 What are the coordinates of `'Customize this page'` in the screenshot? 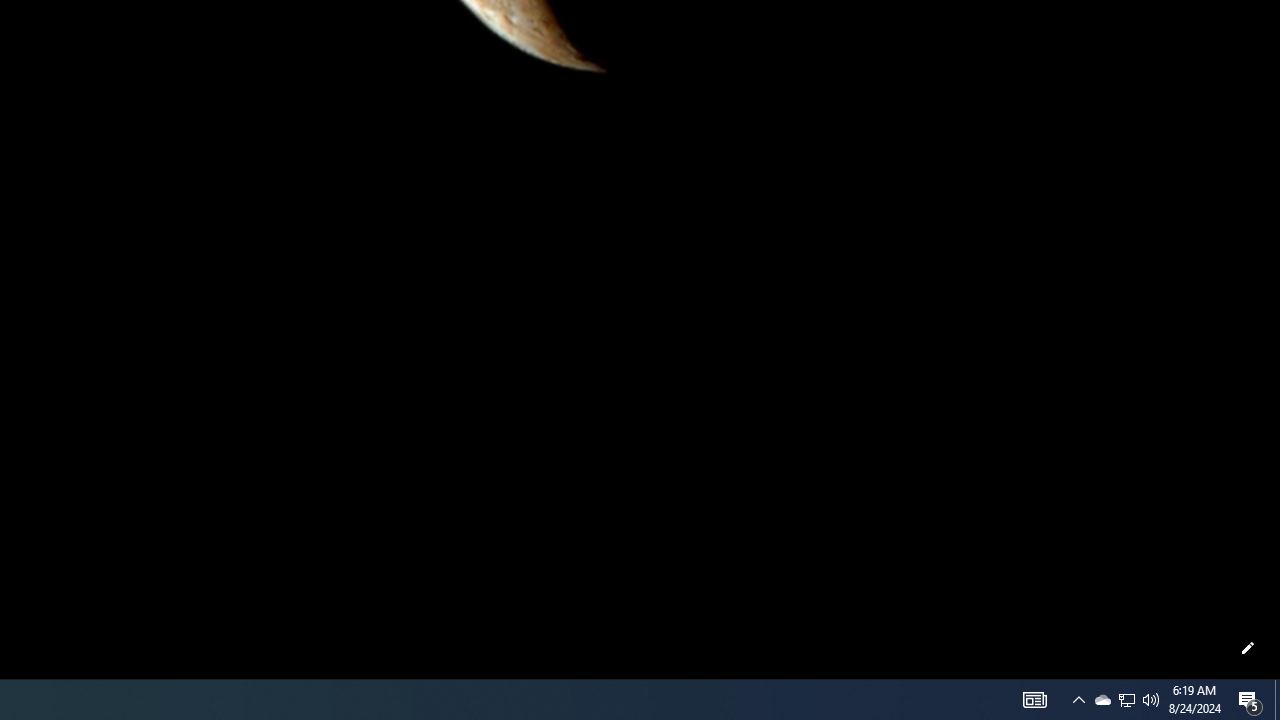 It's located at (1247, 648).